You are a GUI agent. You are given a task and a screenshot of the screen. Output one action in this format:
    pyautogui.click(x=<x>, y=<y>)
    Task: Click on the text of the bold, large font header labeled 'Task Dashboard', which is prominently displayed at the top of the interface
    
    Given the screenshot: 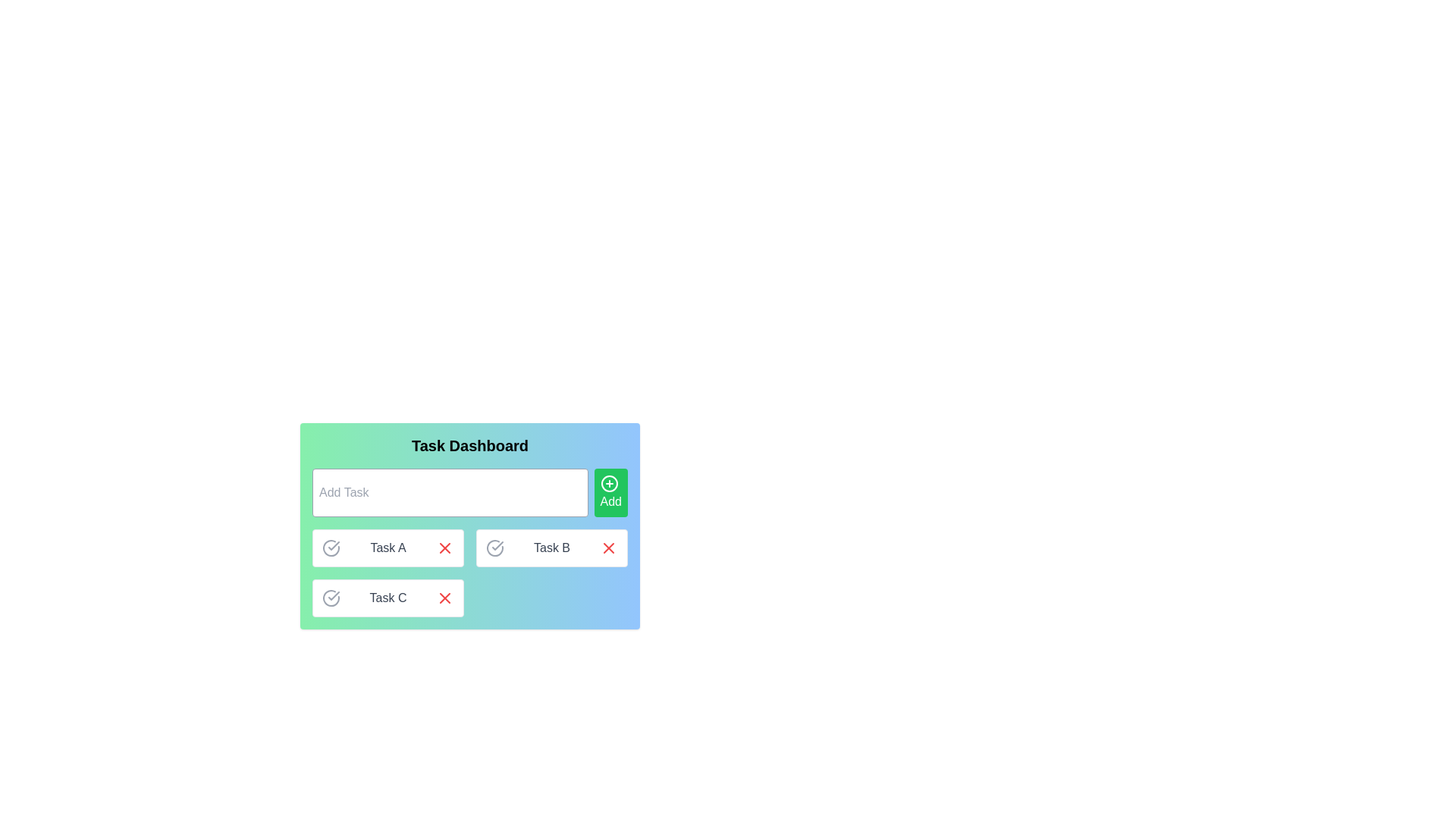 What is the action you would take?
    pyautogui.click(x=469, y=444)
    